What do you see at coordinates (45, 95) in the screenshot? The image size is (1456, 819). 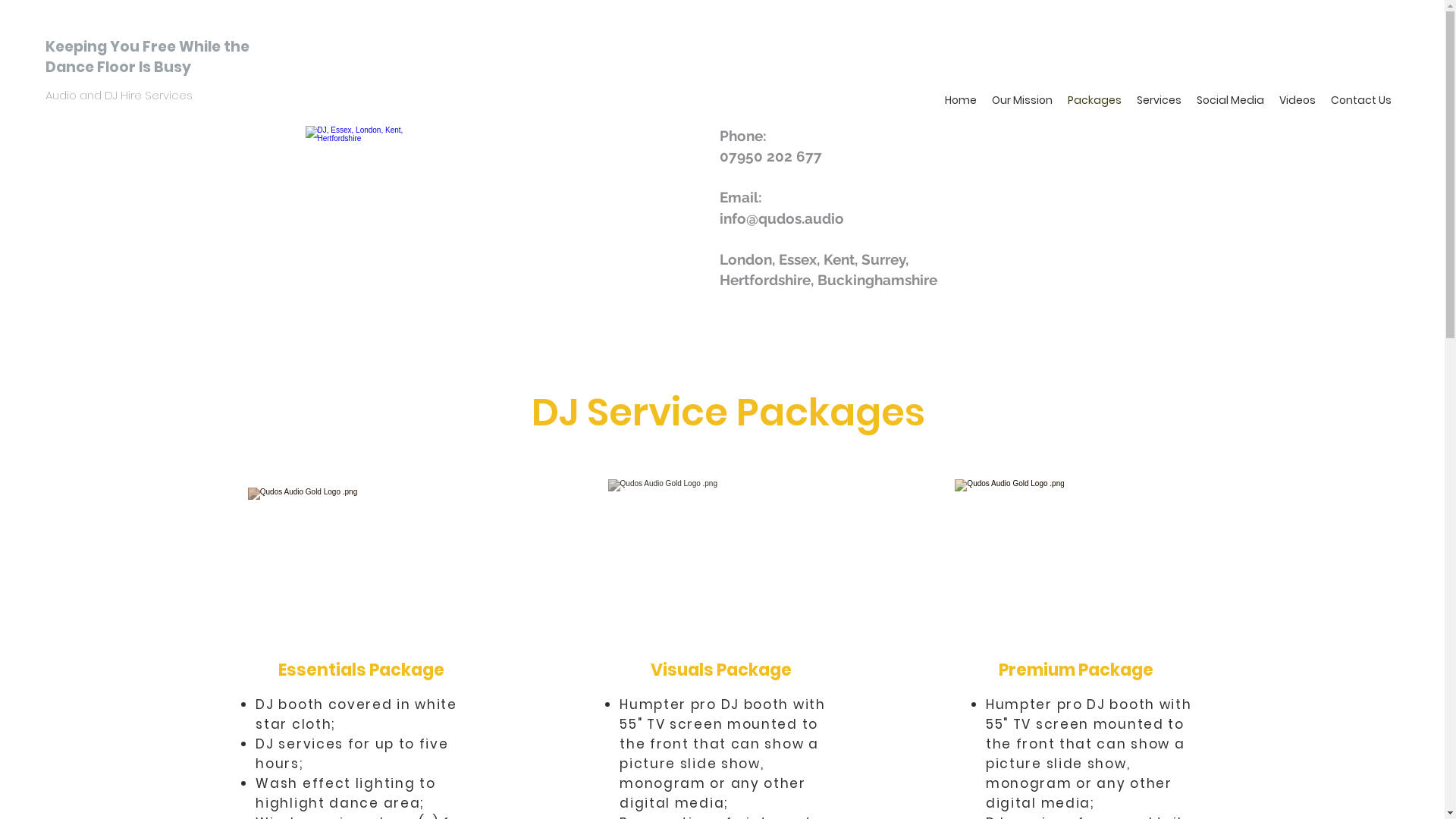 I see `'Audio and DJ Hire Services '` at bounding box center [45, 95].